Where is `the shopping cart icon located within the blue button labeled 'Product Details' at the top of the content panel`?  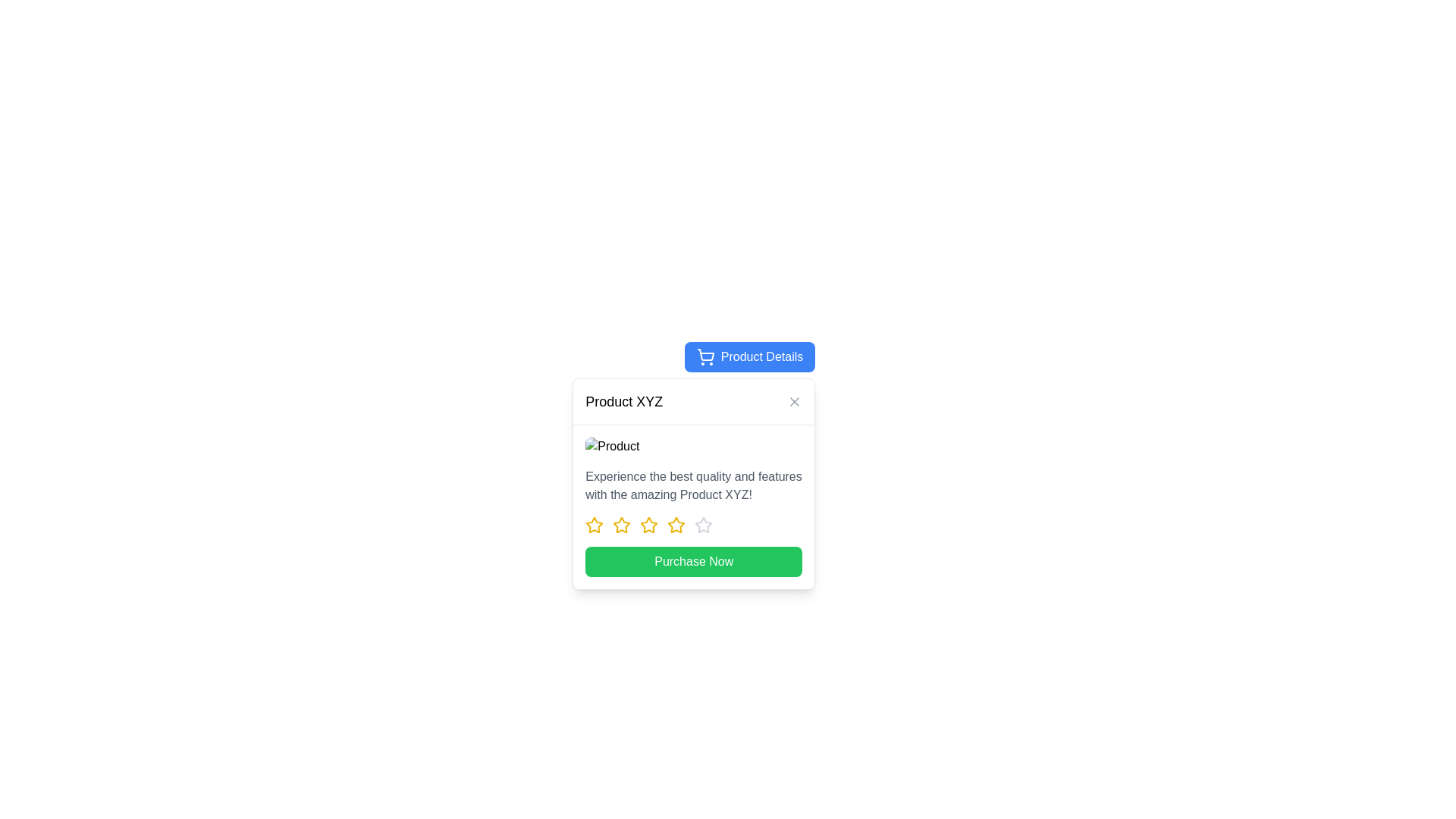
the shopping cart icon located within the blue button labeled 'Product Details' at the top of the content panel is located at coordinates (704, 356).